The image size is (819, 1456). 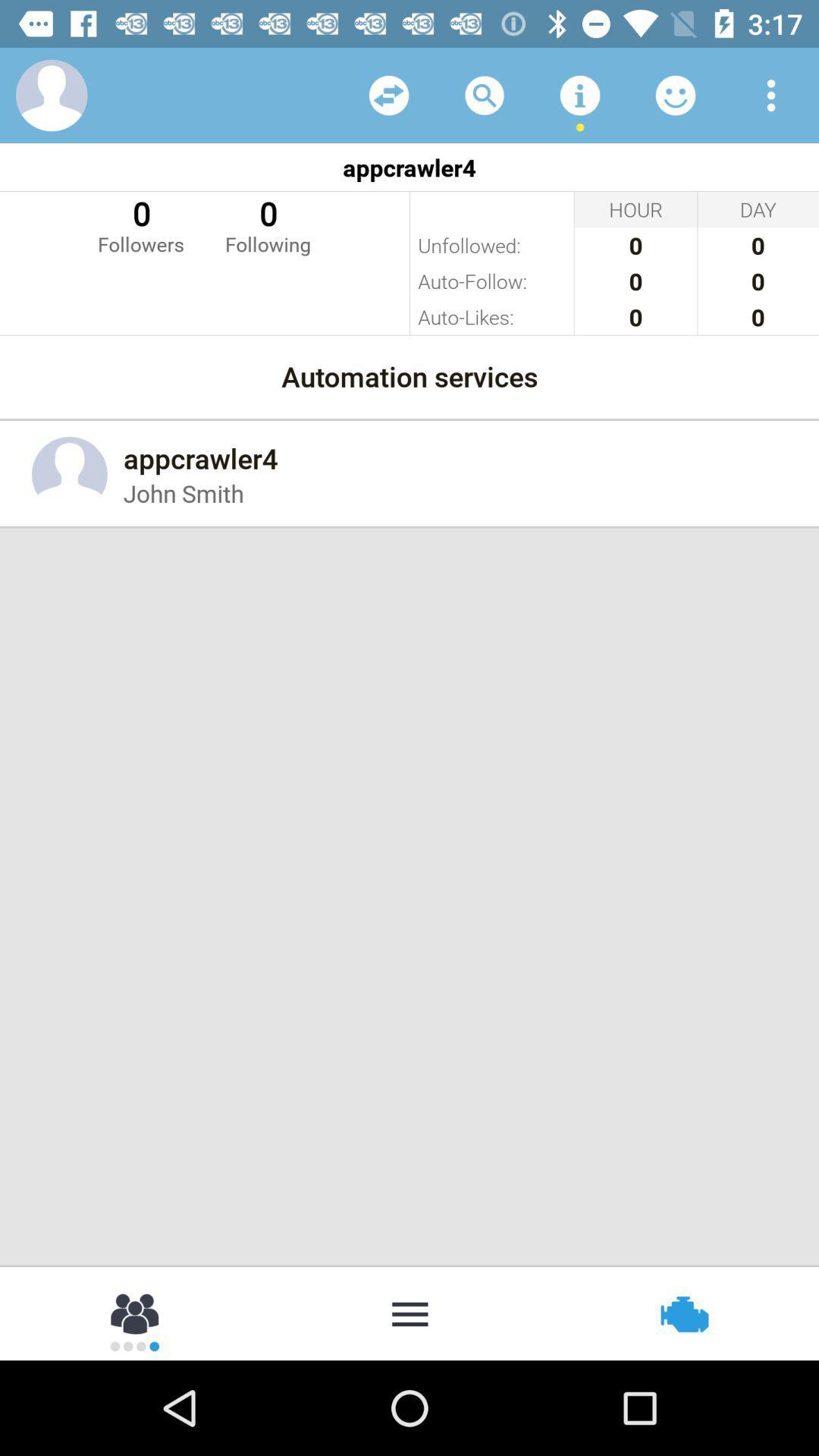 I want to click on icon above the appcrawler4, so click(x=579, y=94).